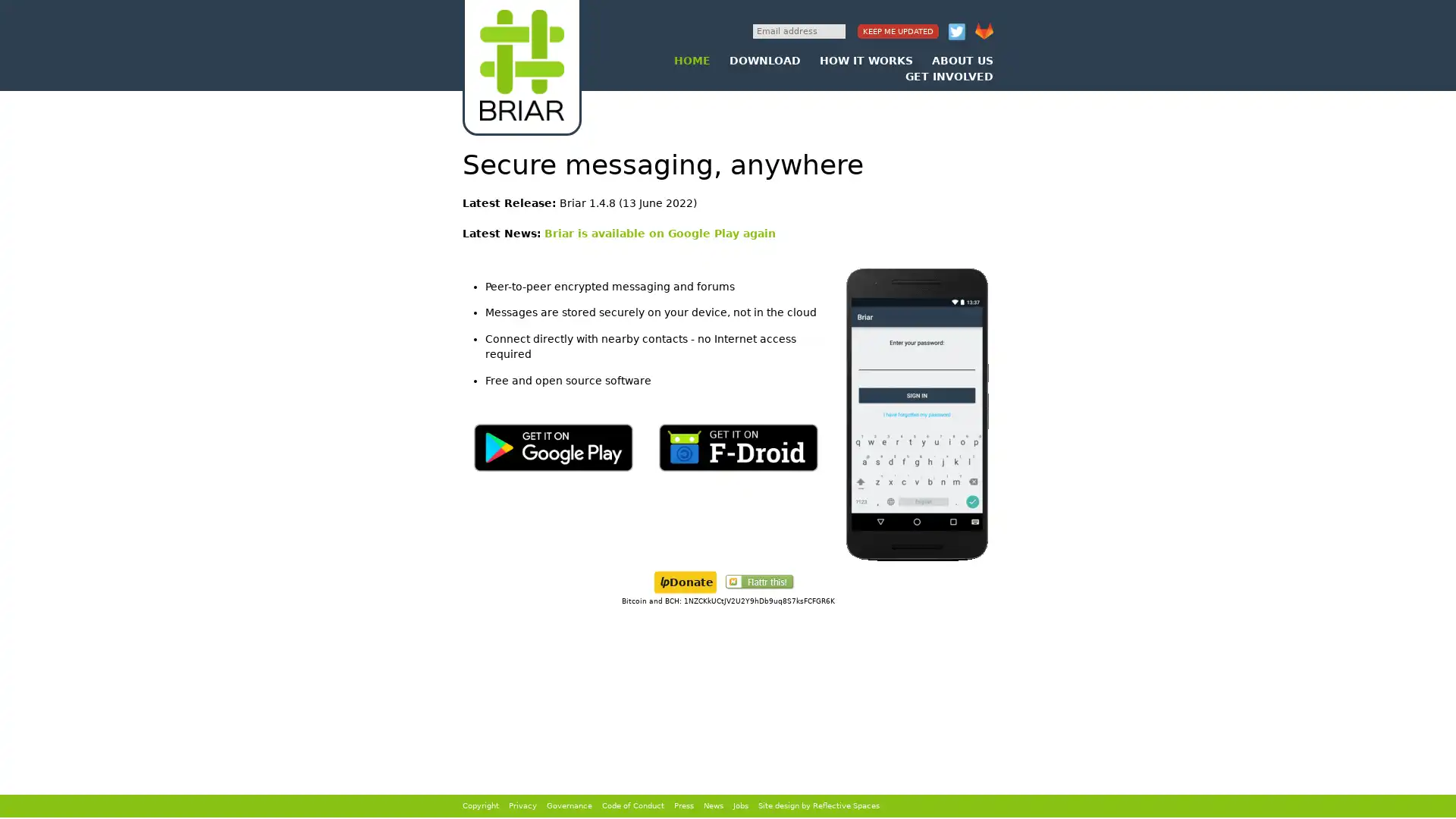 The height and width of the screenshot is (819, 1456). What do you see at coordinates (898, 31) in the screenshot?
I see `KEEP ME UPDATED` at bounding box center [898, 31].